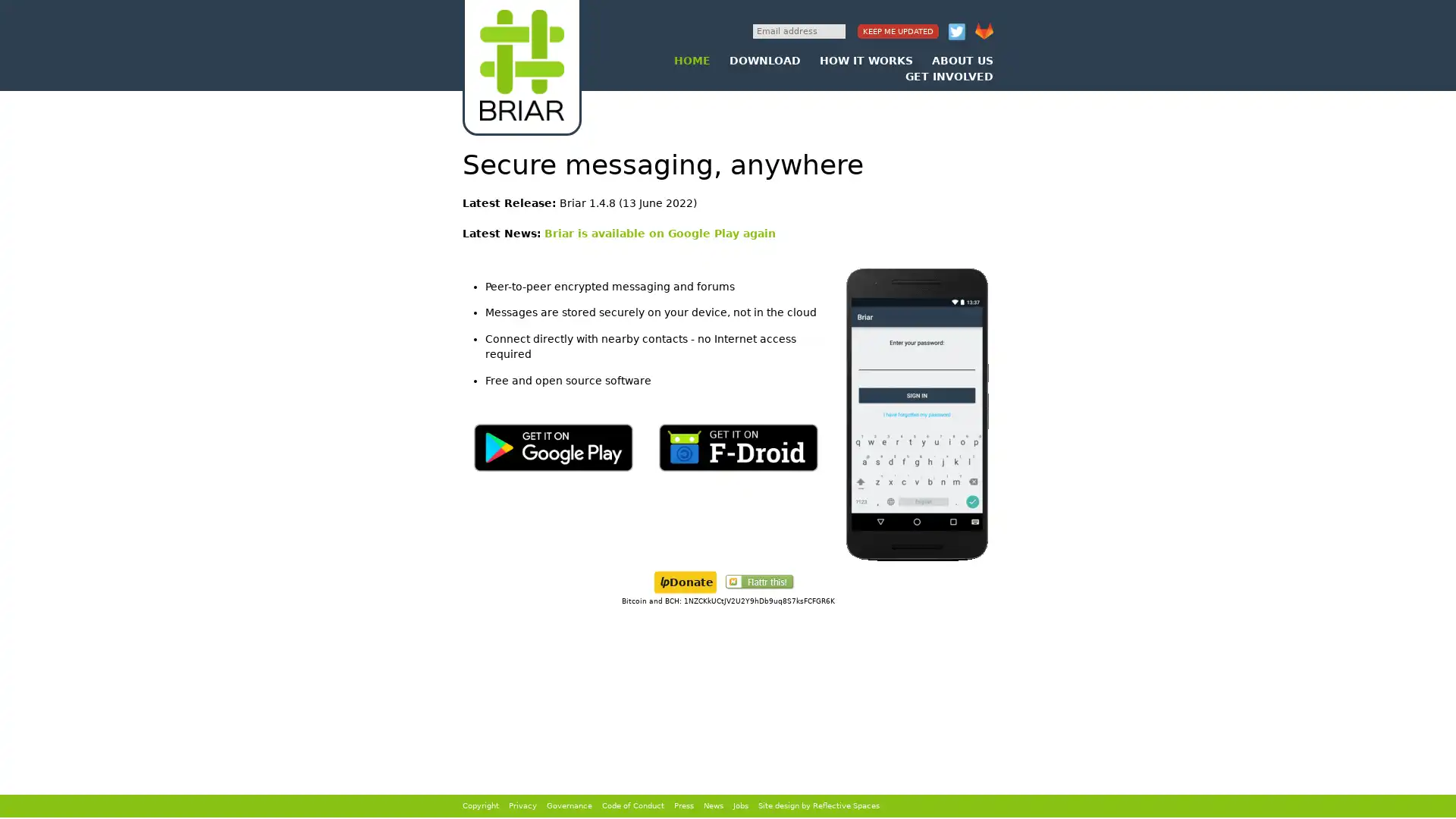 The height and width of the screenshot is (819, 1456). What do you see at coordinates (898, 31) in the screenshot?
I see `KEEP ME UPDATED` at bounding box center [898, 31].